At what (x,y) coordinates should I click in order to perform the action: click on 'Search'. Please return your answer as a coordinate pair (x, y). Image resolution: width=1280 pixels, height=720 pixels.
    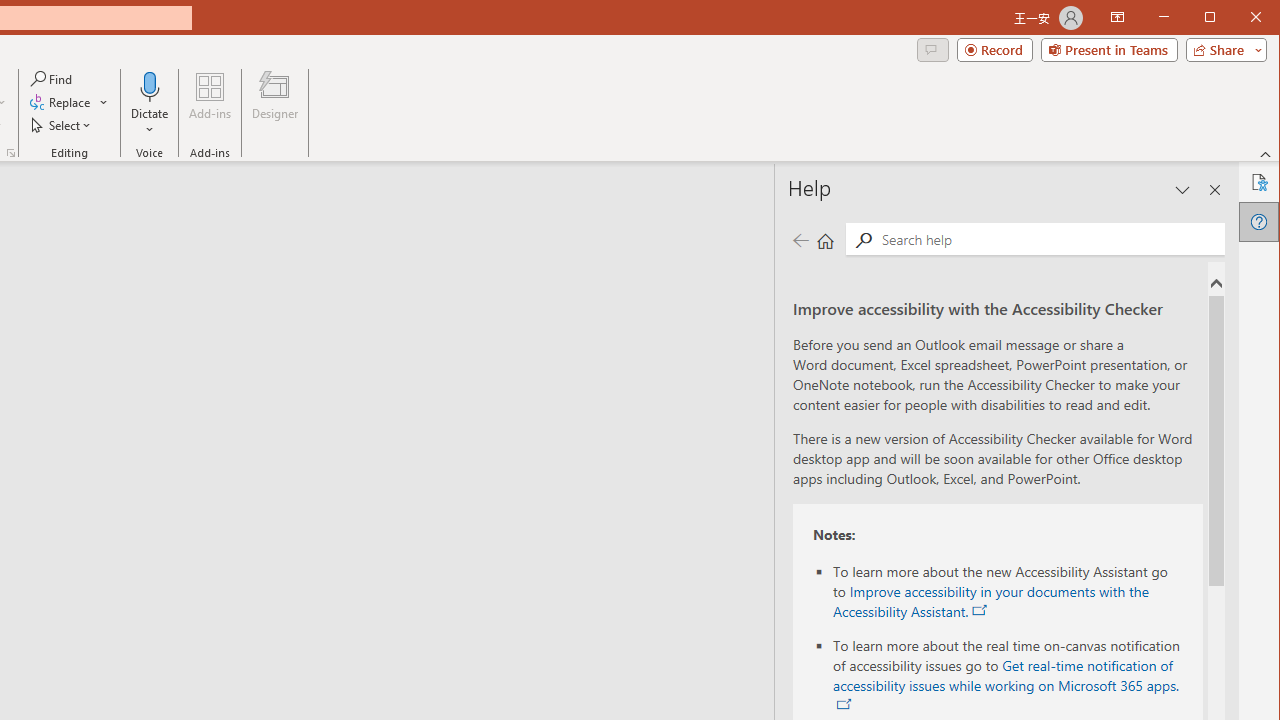
    Looking at the image, I should click on (863, 239).